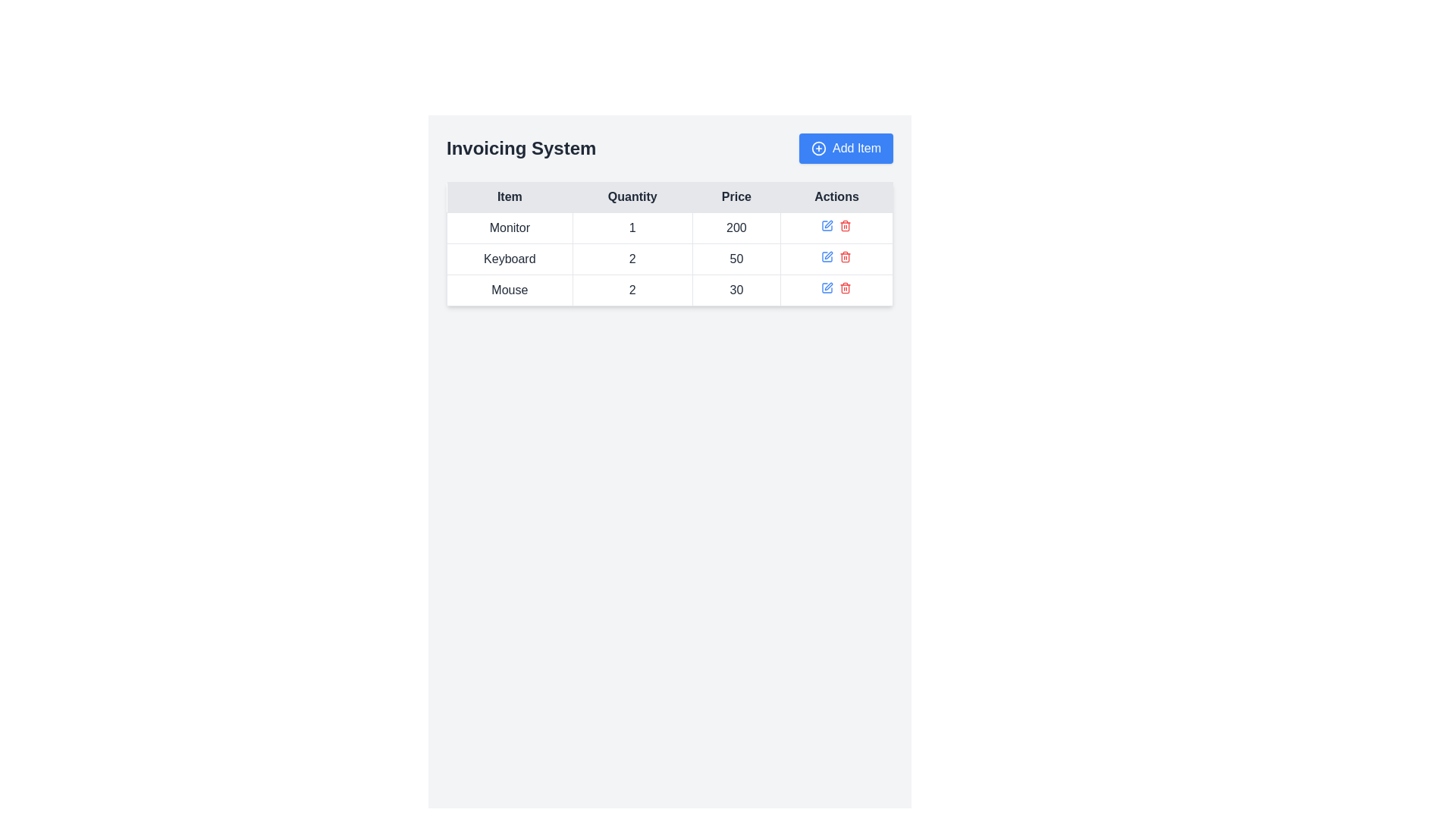  What do you see at coordinates (845, 288) in the screenshot?
I see `the delete icon in the 'Actions' column of the last row of the table` at bounding box center [845, 288].